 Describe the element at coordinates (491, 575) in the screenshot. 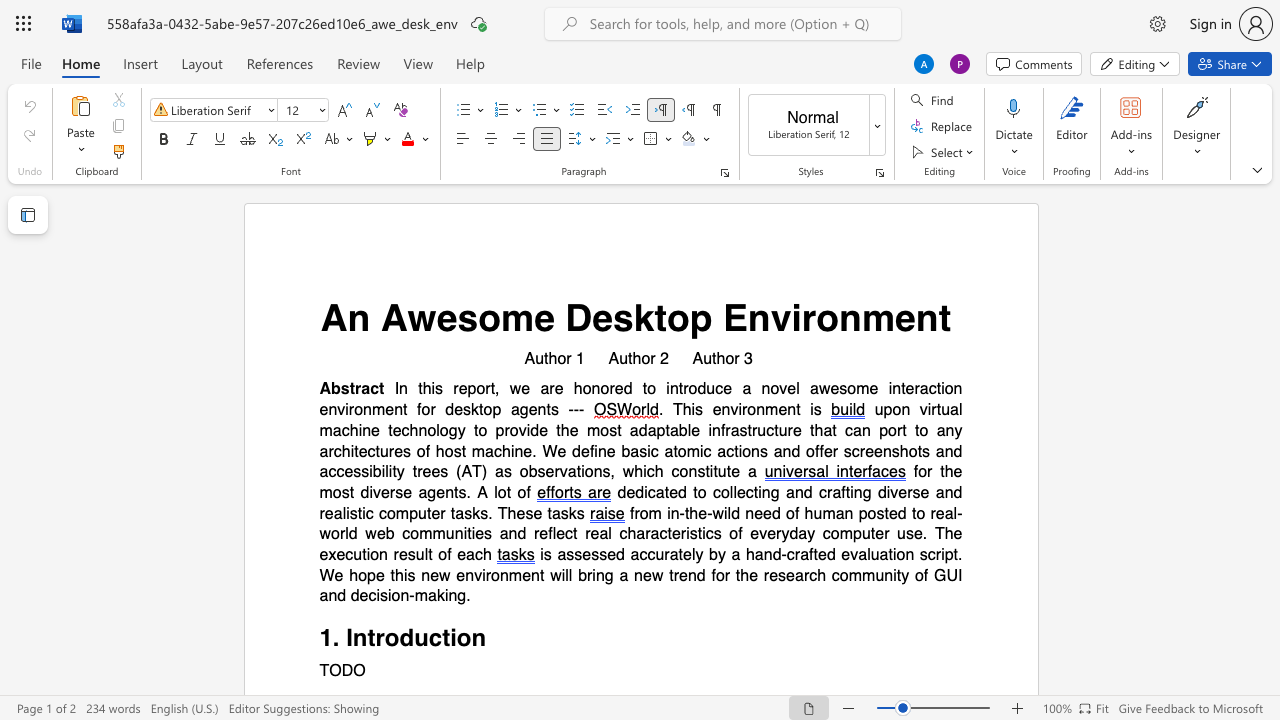

I see `the space between the continuous character "r" and "o" in the text` at that location.